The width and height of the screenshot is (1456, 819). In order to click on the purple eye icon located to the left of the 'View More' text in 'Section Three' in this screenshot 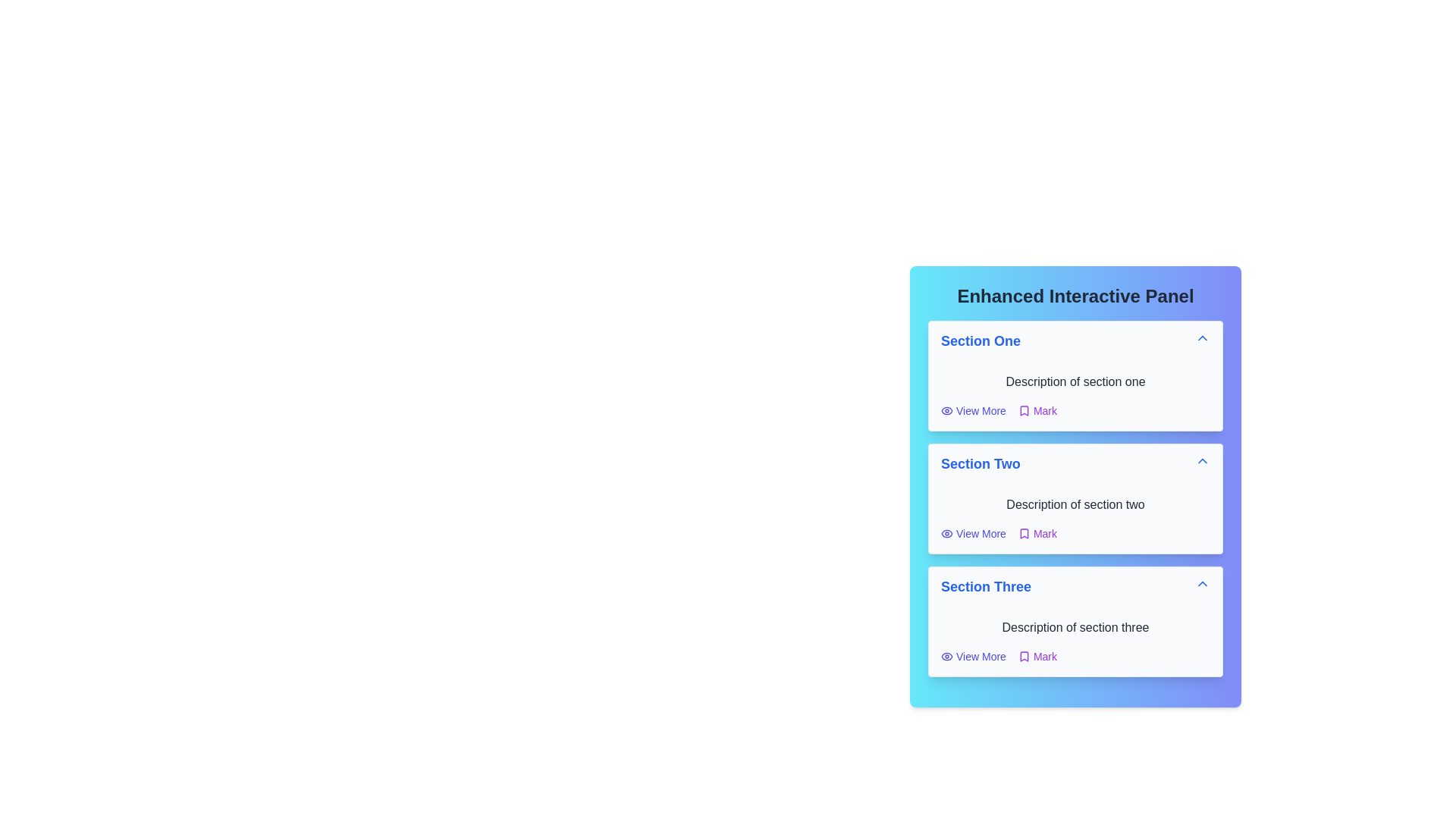, I will do `click(946, 656)`.